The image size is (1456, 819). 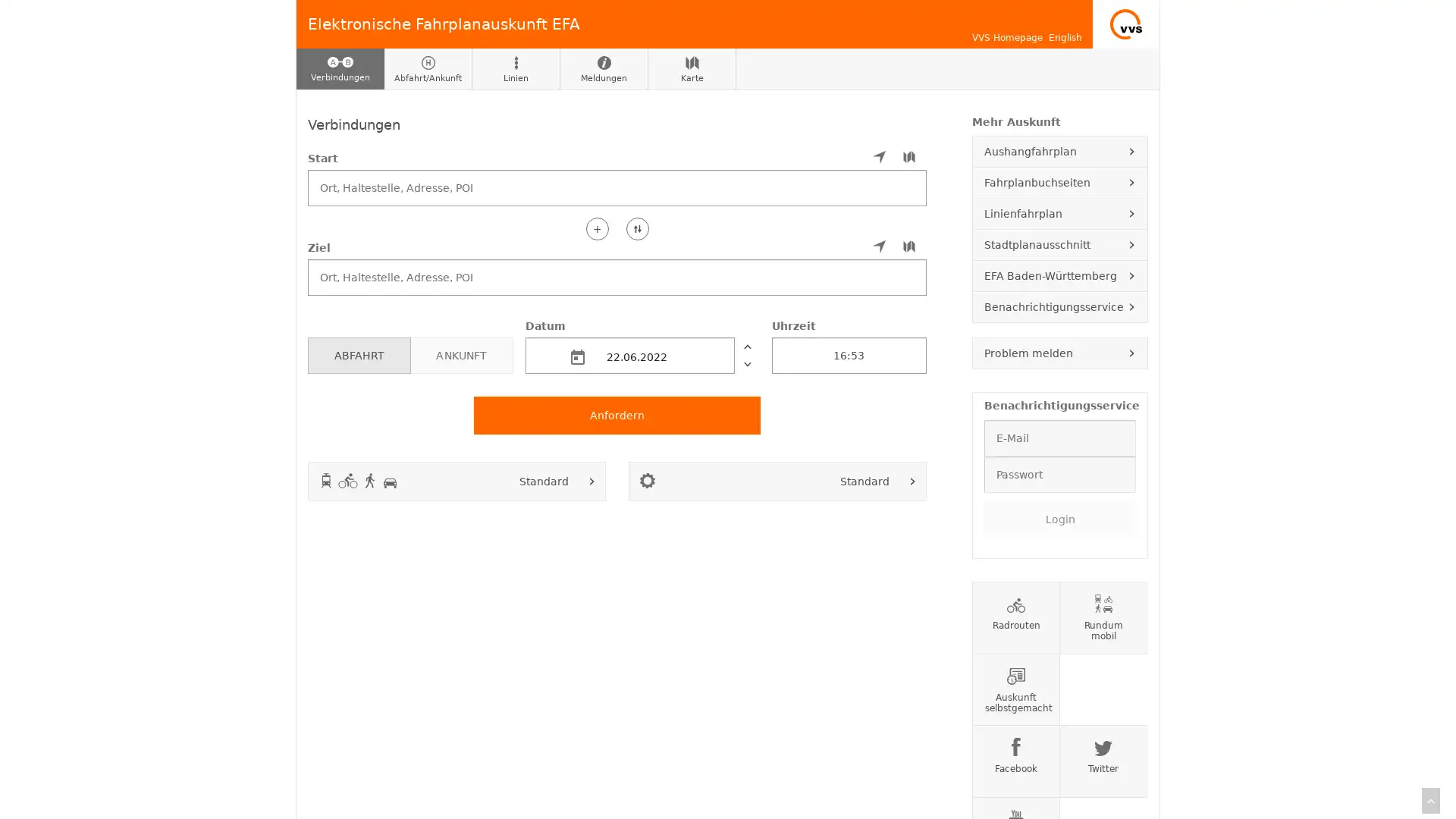 What do you see at coordinates (603, 69) in the screenshot?
I see `Meldungen` at bounding box center [603, 69].